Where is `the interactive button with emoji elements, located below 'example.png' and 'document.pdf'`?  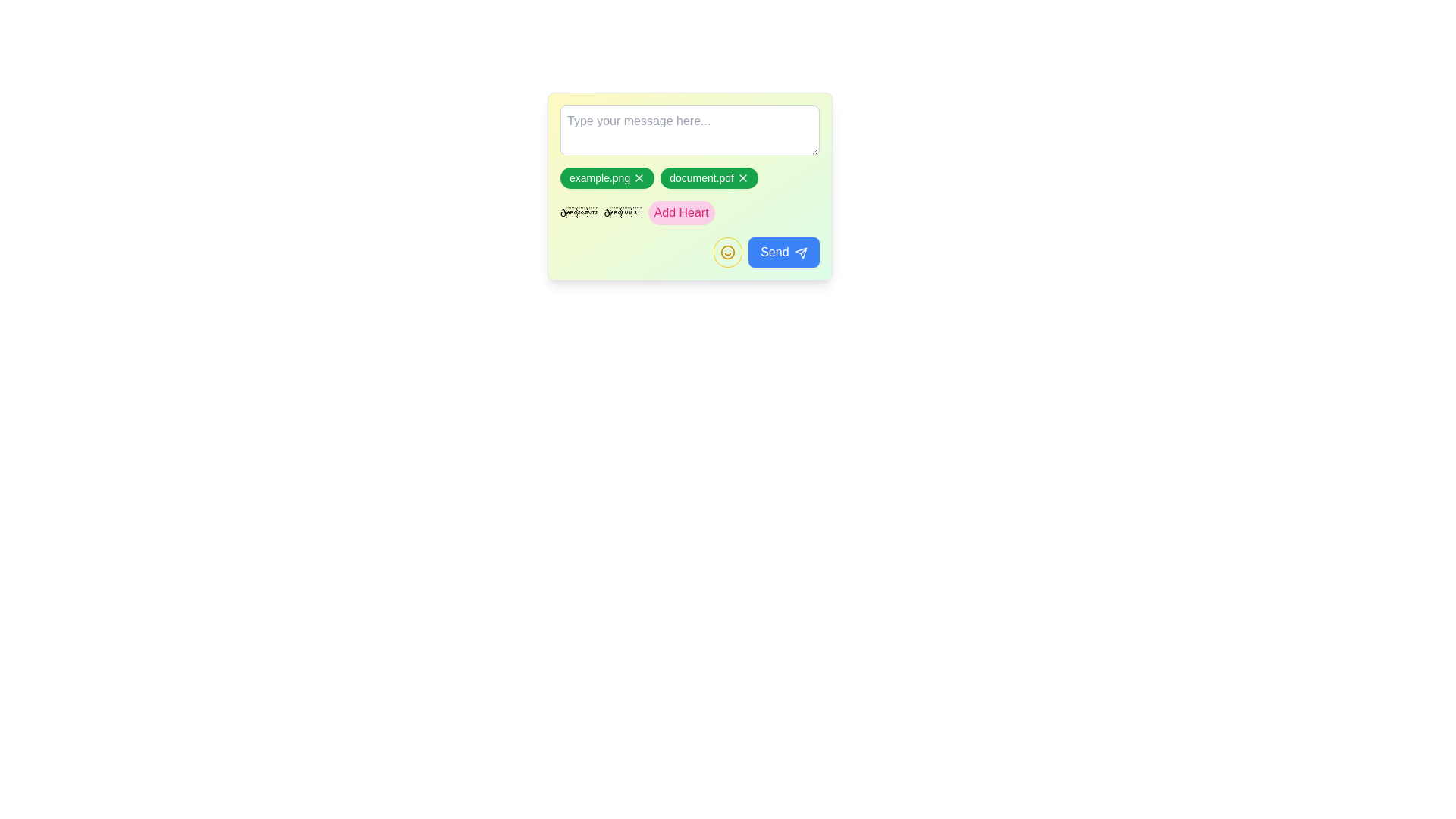
the interactive button with emoji elements, located below 'example.png' and 'document.pdf' is located at coordinates (689, 213).